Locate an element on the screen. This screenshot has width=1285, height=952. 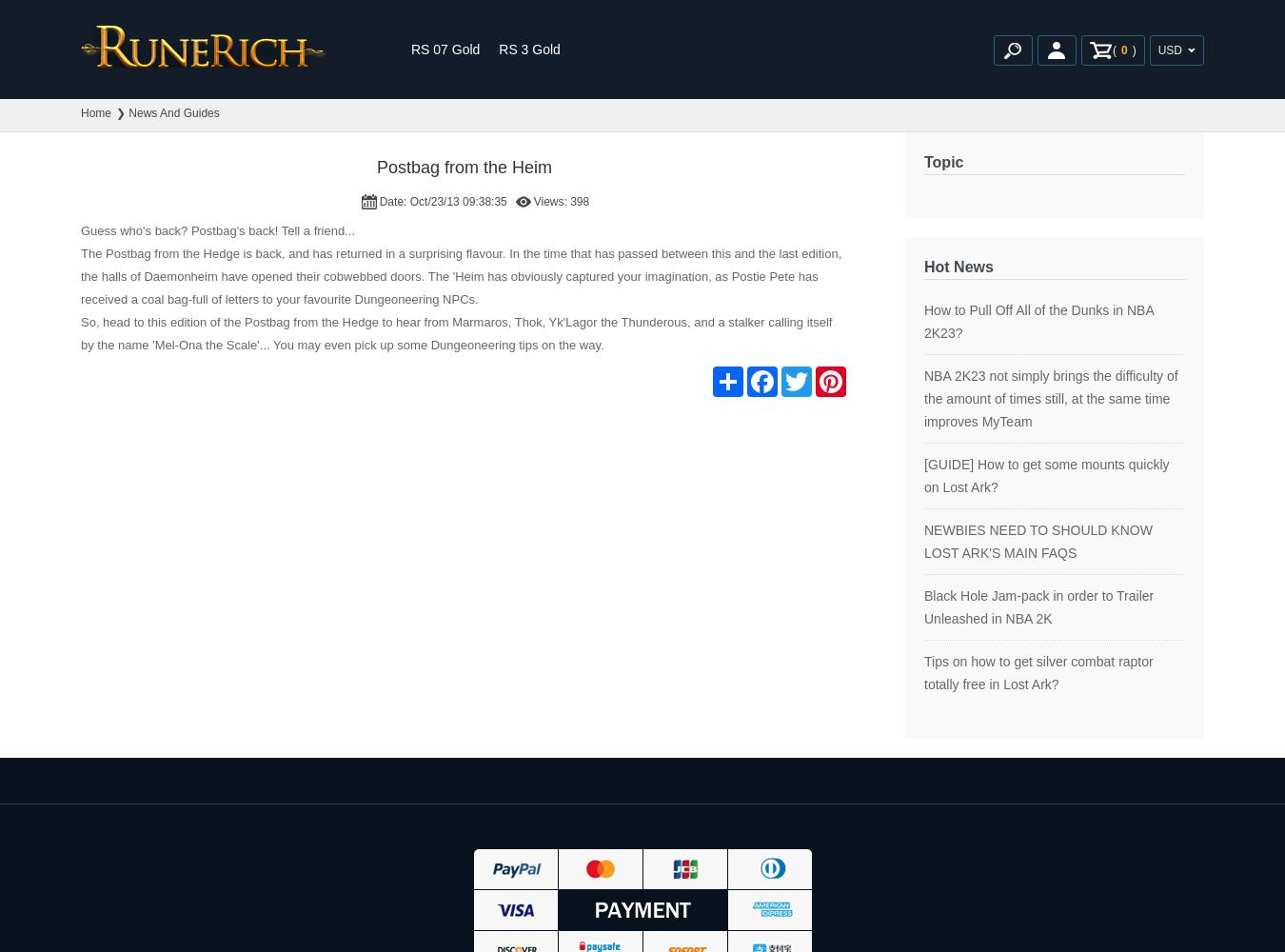
'Tips on how to get silver combat raptor totally free in Lost Ark?' is located at coordinates (923, 672).